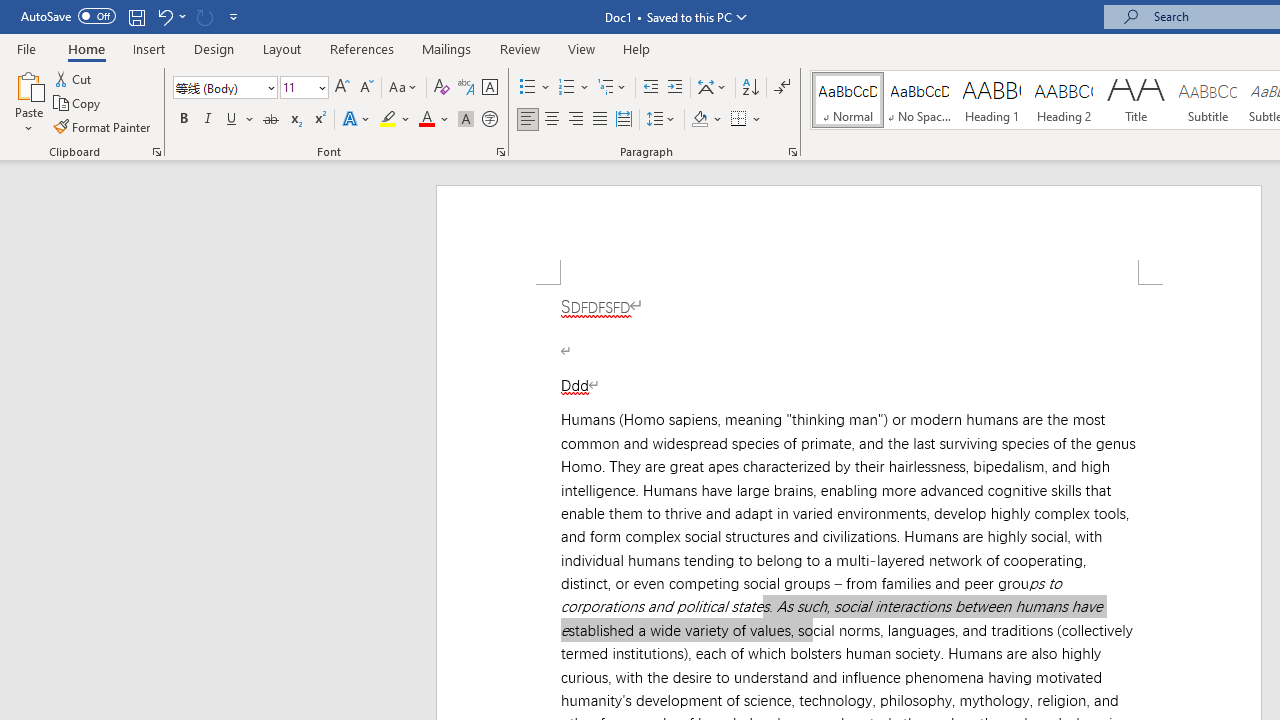 Image resolution: width=1280 pixels, height=720 pixels. Describe the element at coordinates (441, 86) in the screenshot. I see `'Clear Formatting'` at that location.